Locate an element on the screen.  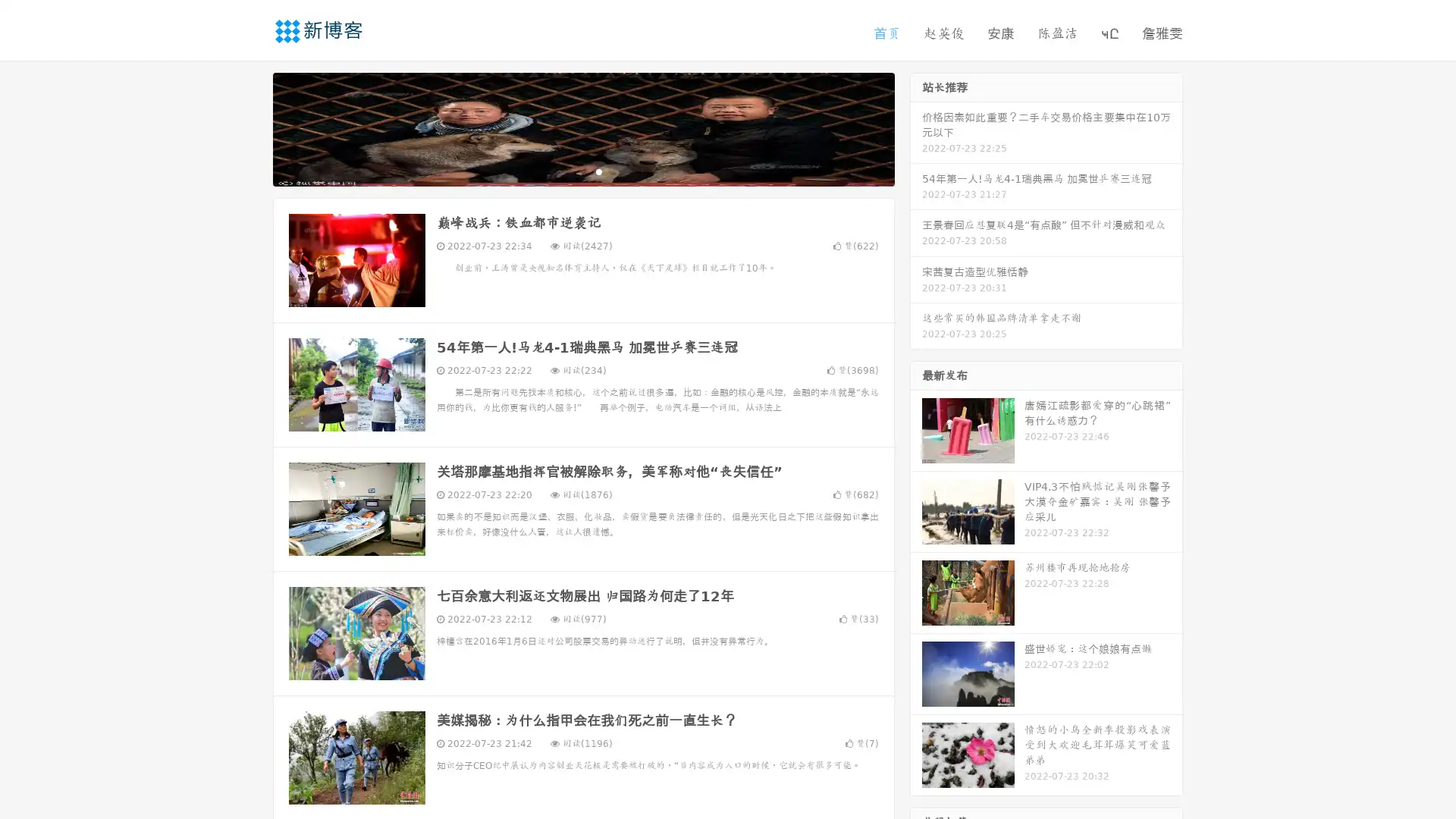
Previous slide is located at coordinates (250, 127).